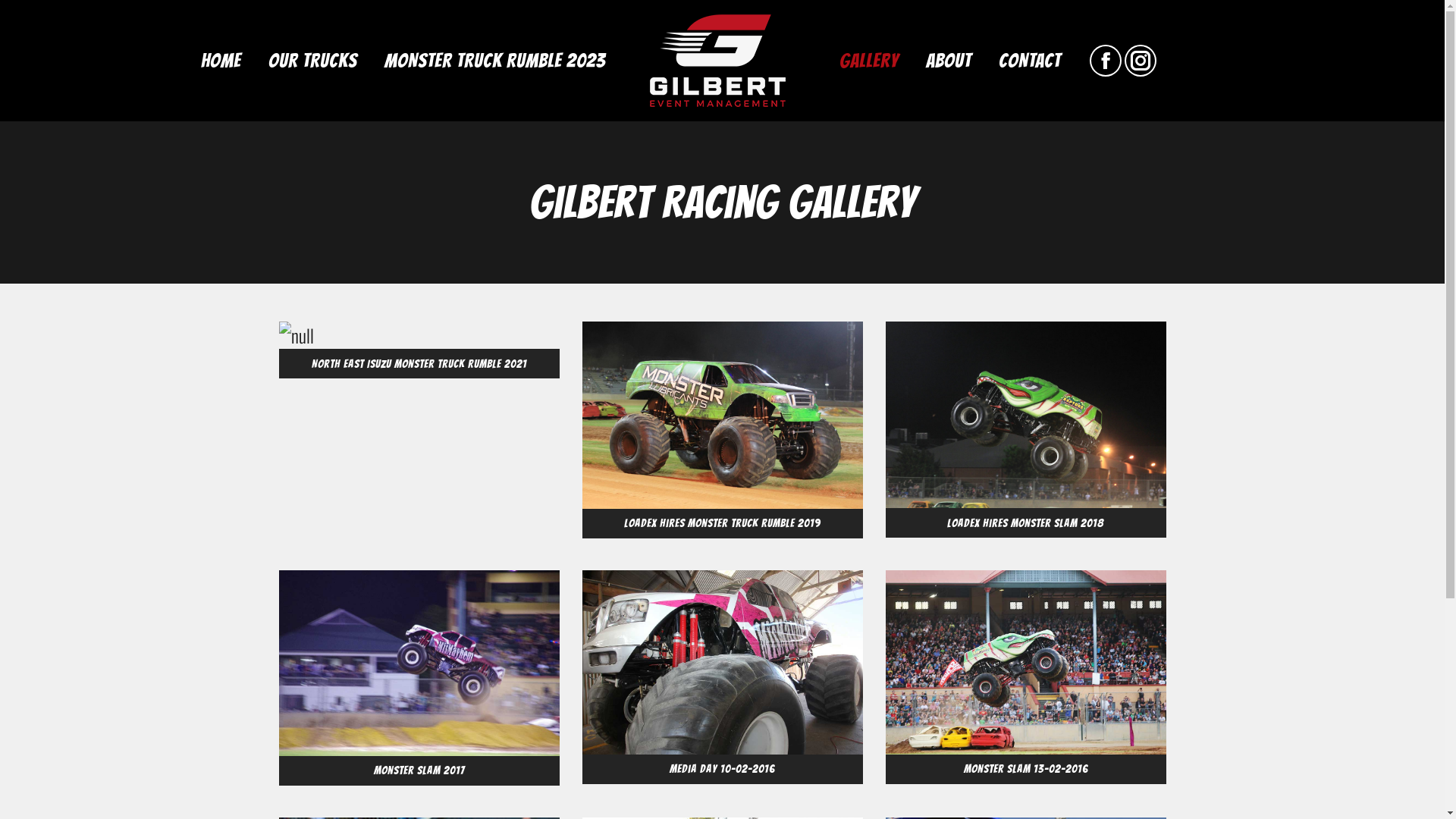  What do you see at coordinates (219, 60) in the screenshot?
I see `'HOME'` at bounding box center [219, 60].